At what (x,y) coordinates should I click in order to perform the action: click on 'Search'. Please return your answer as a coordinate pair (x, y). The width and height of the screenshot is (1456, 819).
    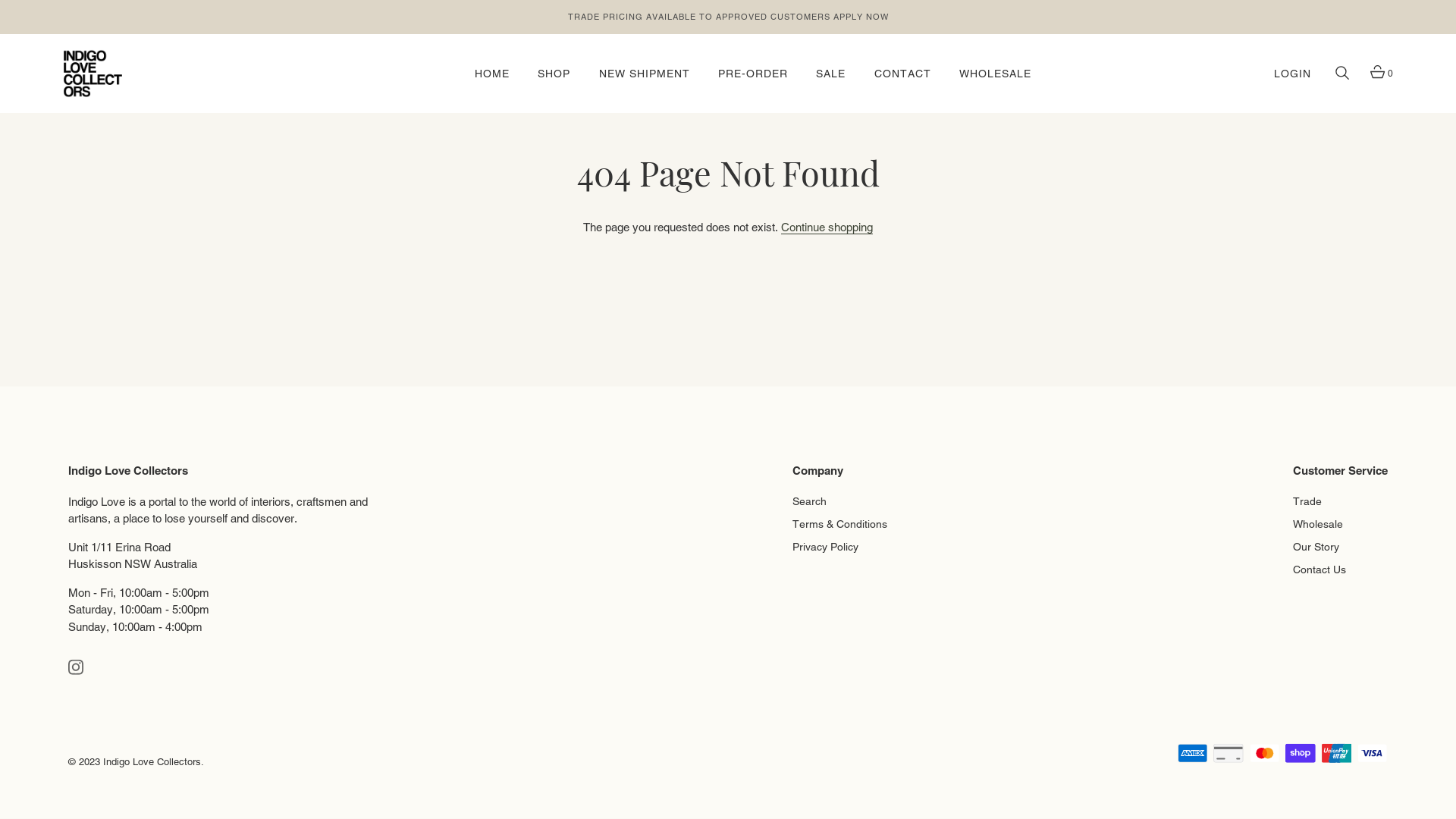
    Looking at the image, I should click on (808, 498).